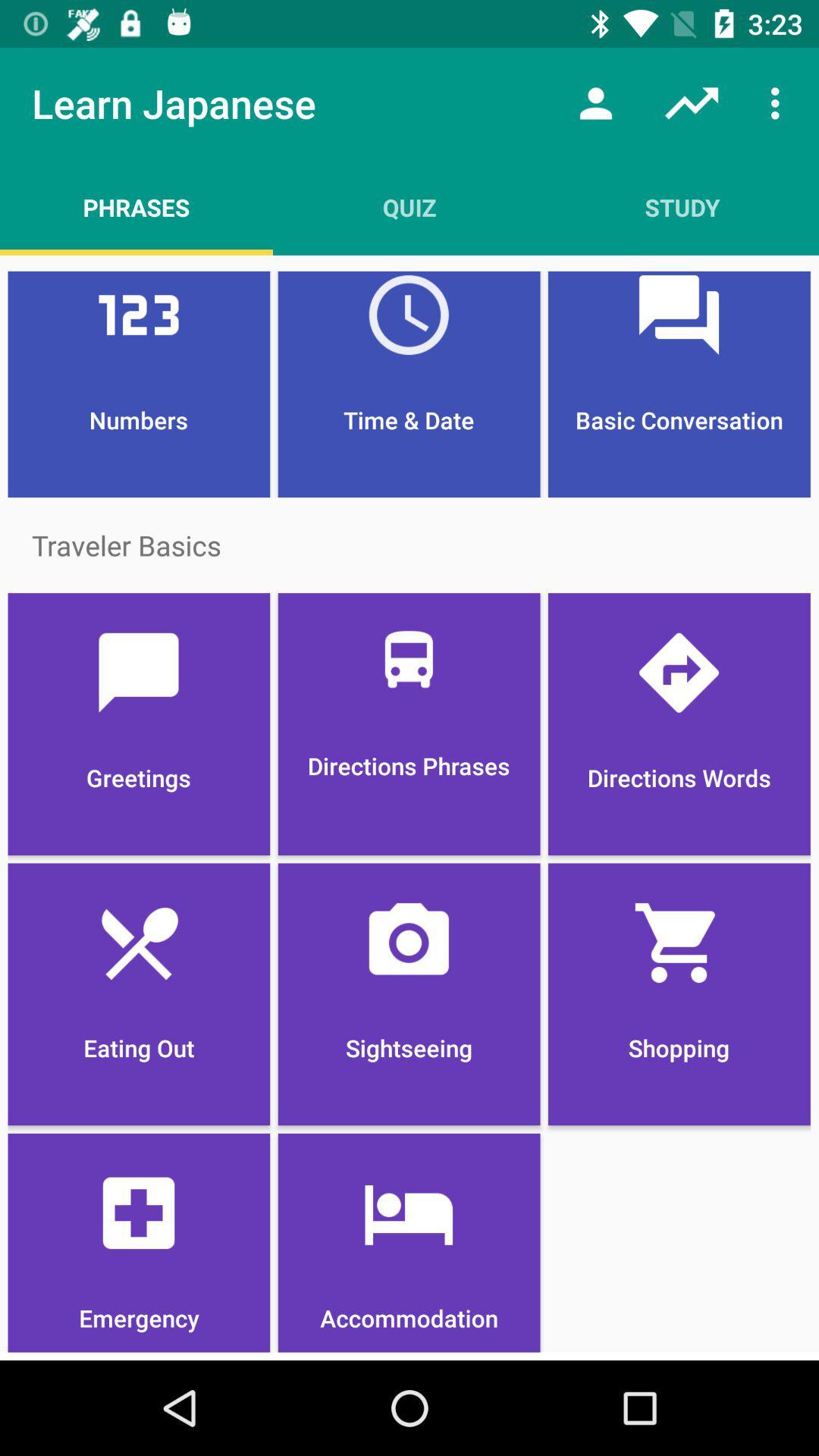  I want to click on app to the right of the phrases icon, so click(409, 206).